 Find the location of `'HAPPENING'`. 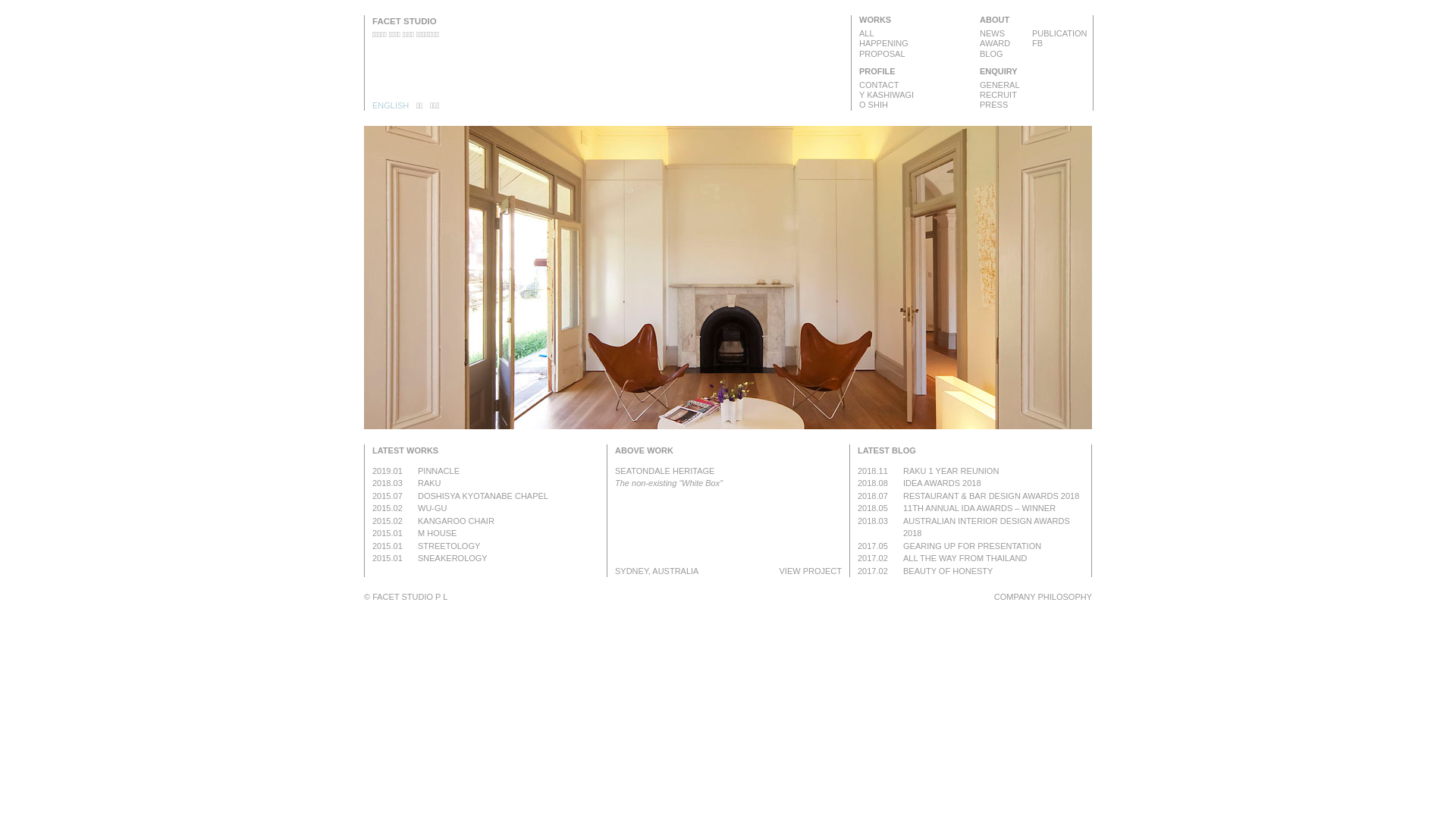

'HAPPENING' is located at coordinates (915, 42).